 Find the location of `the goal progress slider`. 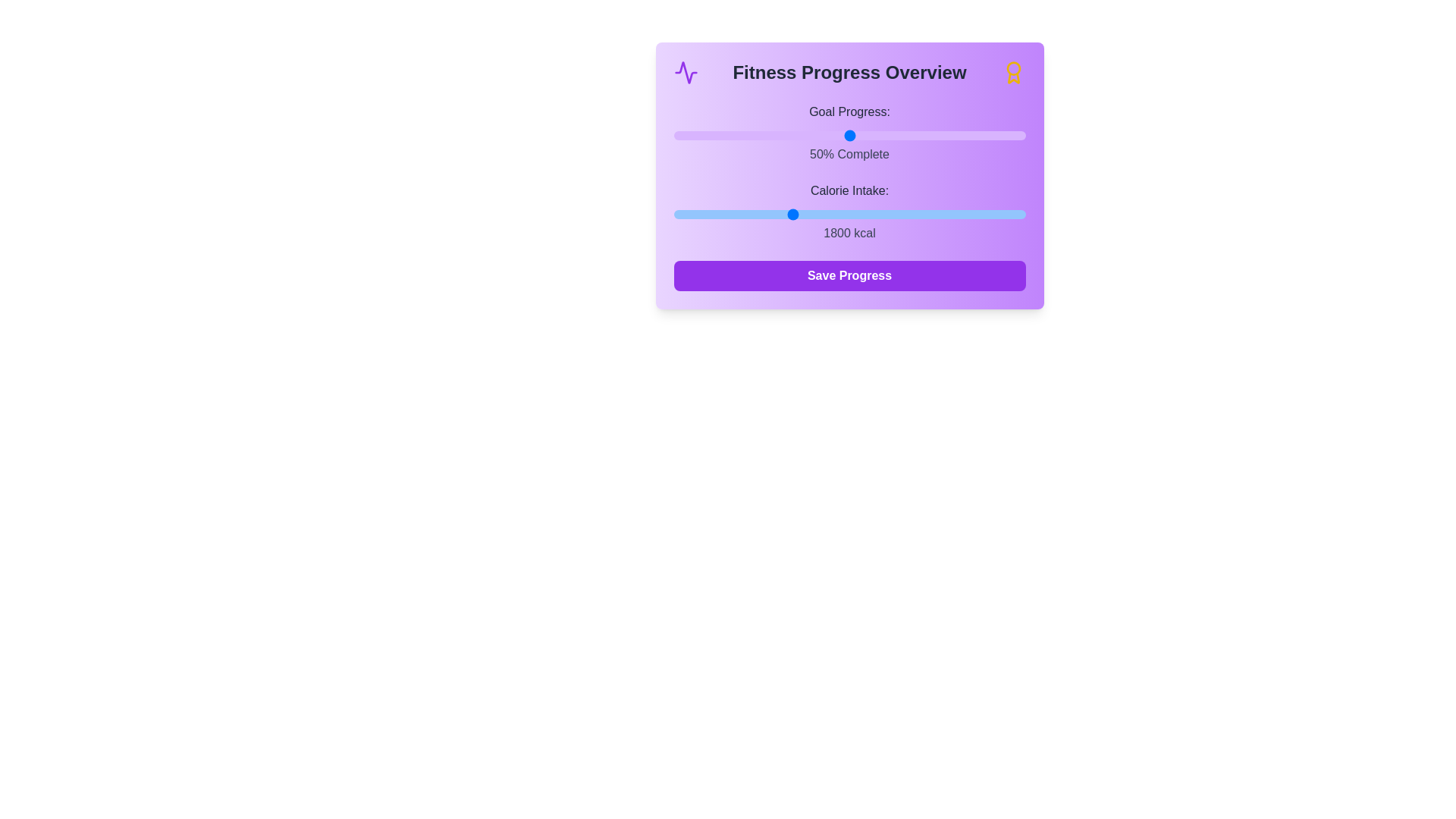

the goal progress slider is located at coordinates (779, 134).